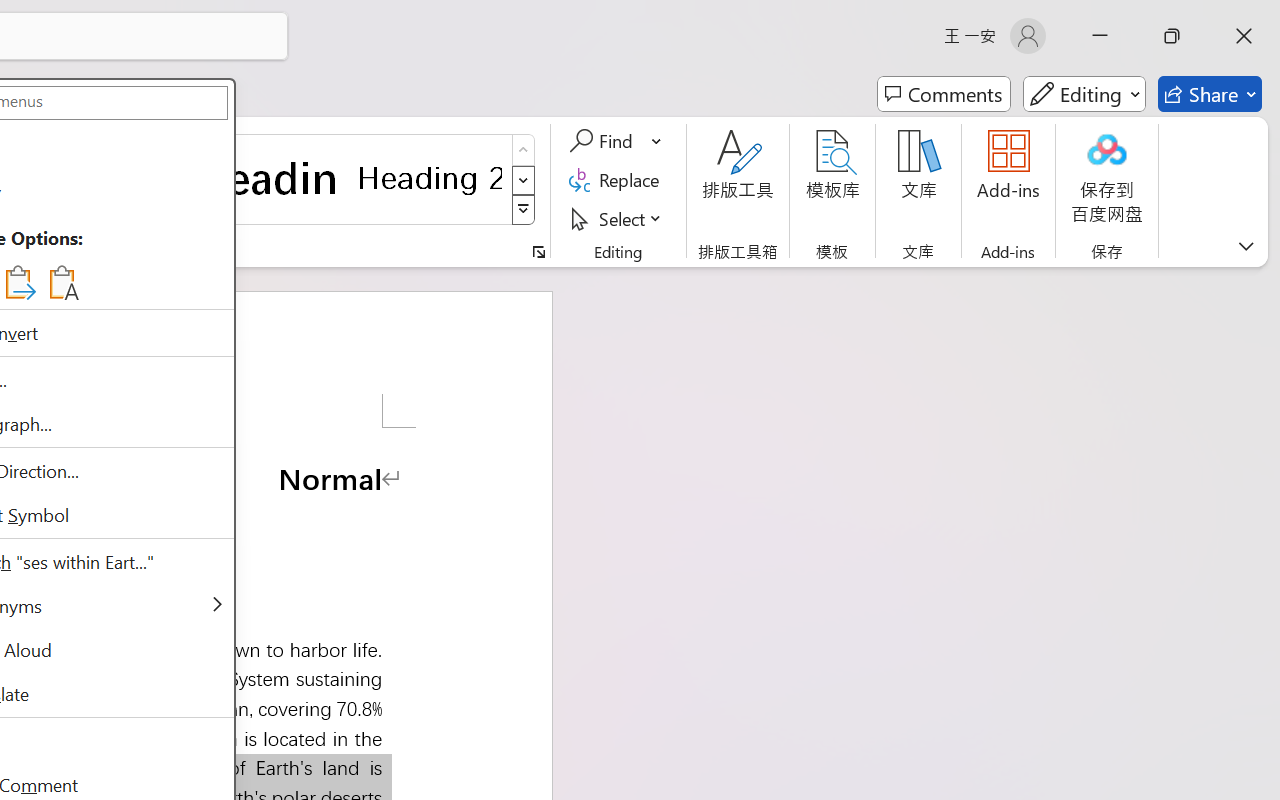 This screenshot has height=800, width=1280. Describe the element at coordinates (538, 251) in the screenshot. I see `'Styles...'` at that location.